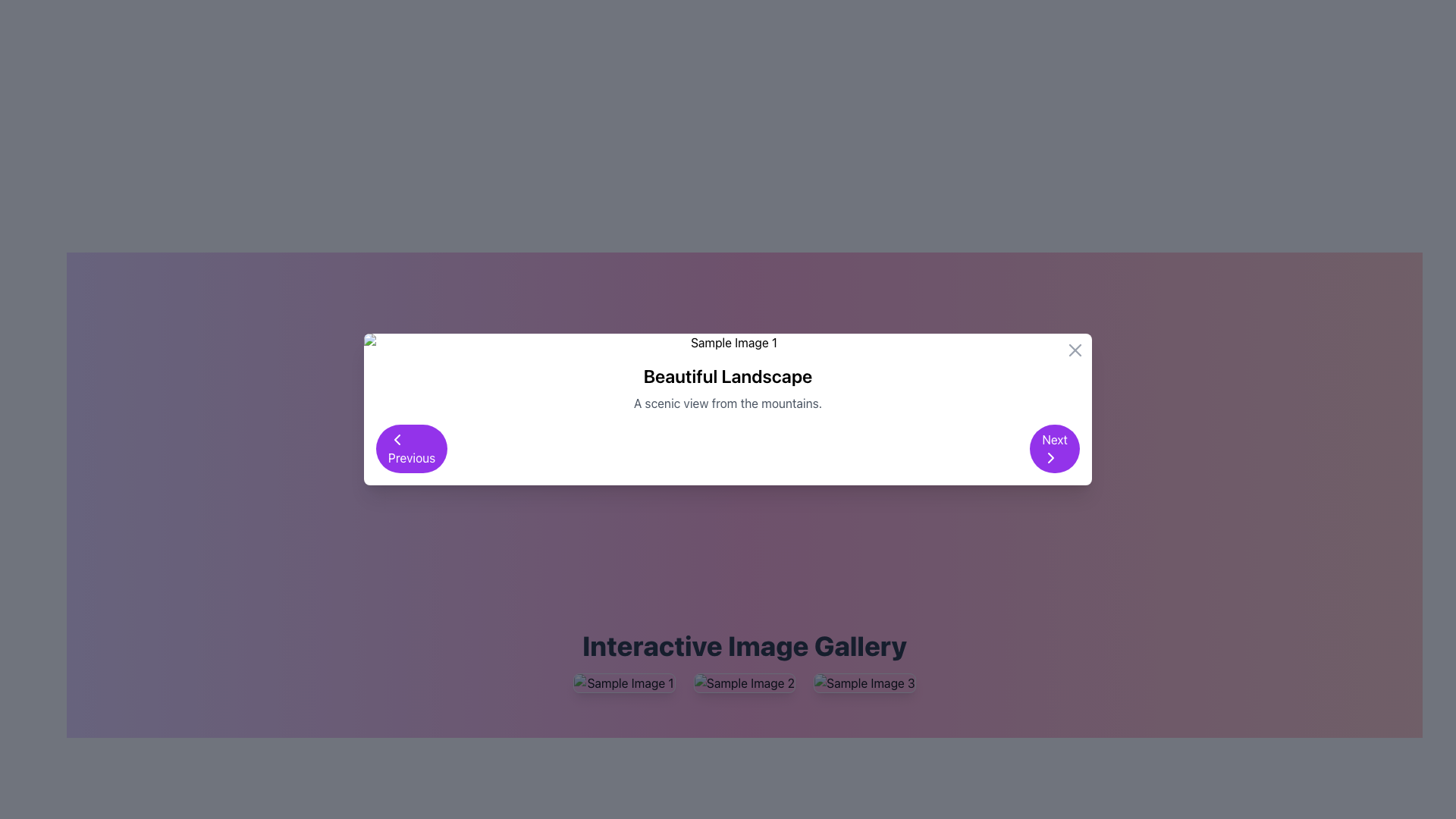 This screenshot has width=1456, height=819. Describe the element at coordinates (1054, 447) in the screenshot. I see `the rounded purple 'Next' button with white text and a right-pointing arrow icon` at that location.